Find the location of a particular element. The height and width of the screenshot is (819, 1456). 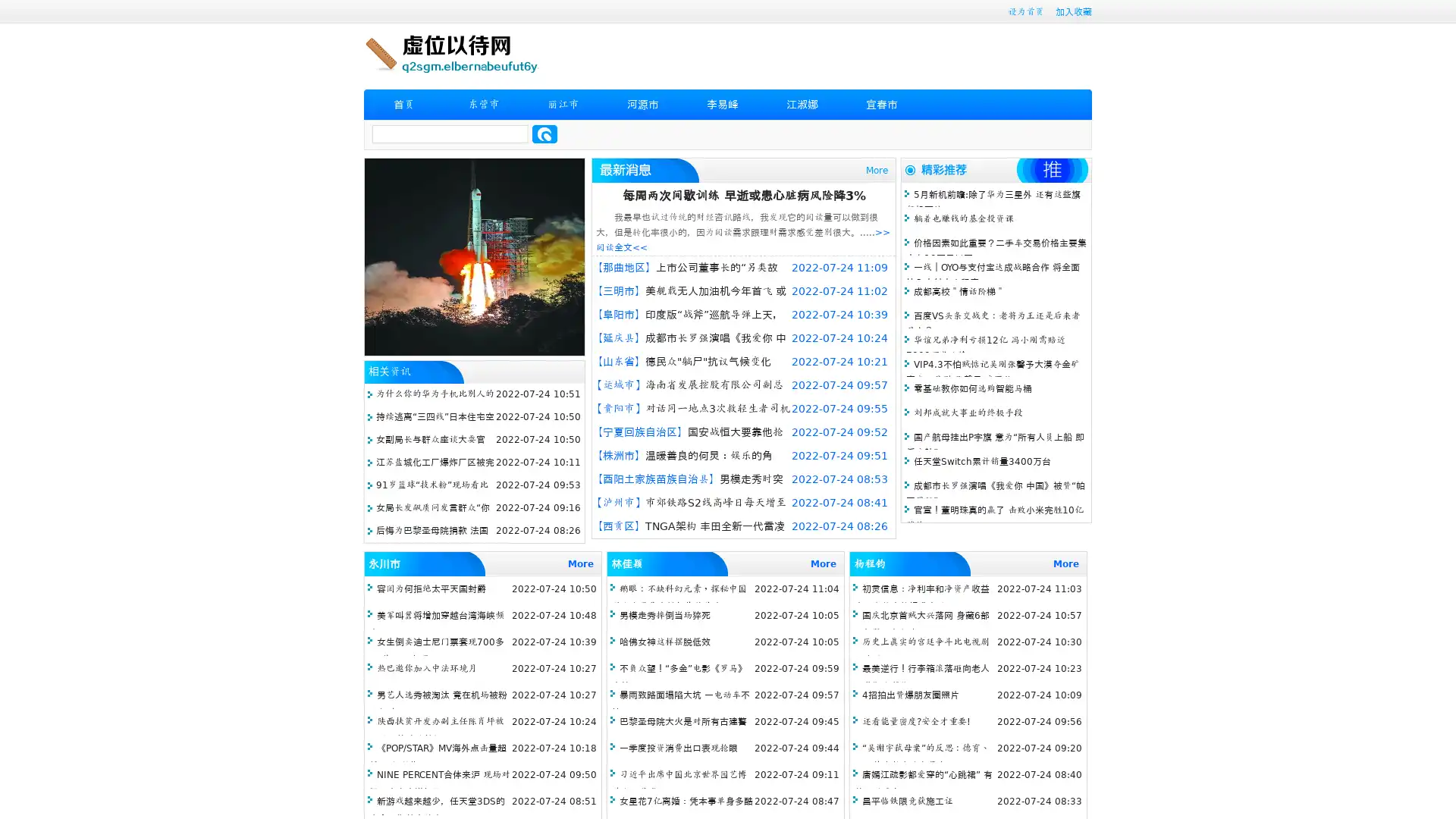

Search is located at coordinates (544, 133).